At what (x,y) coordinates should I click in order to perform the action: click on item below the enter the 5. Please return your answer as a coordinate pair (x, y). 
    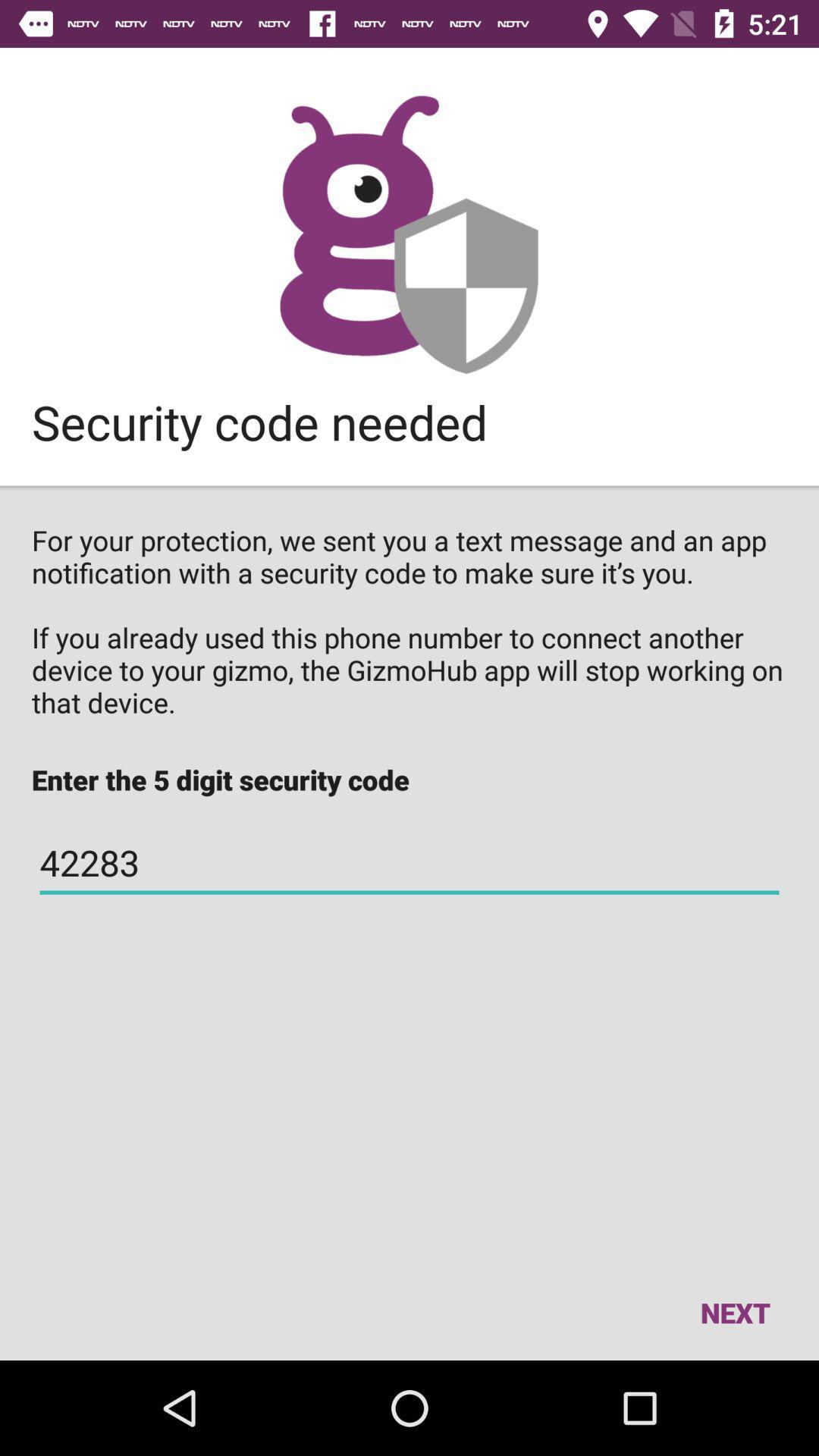
    Looking at the image, I should click on (409, 863).